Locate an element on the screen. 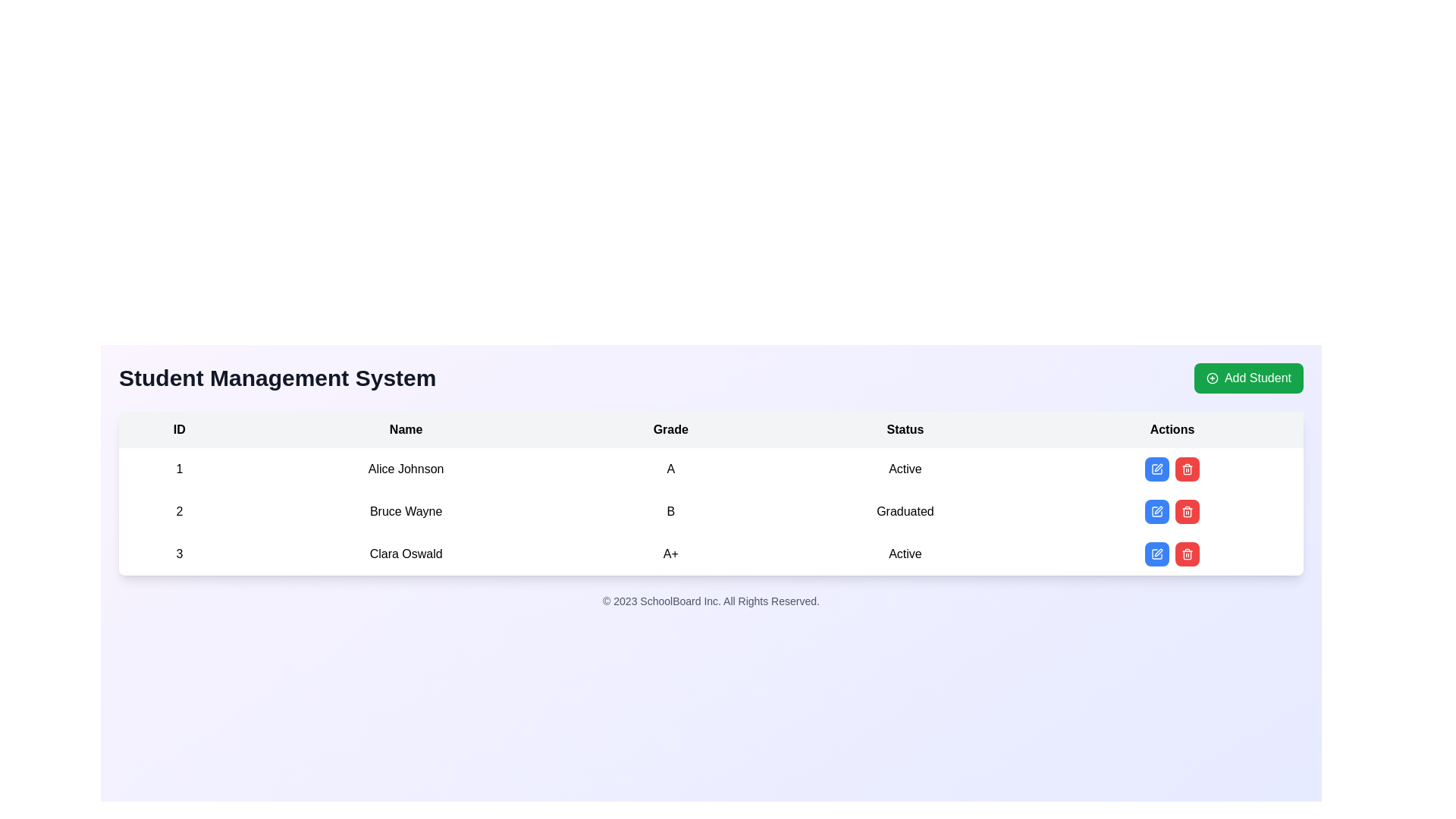 The width and height of the screenshot is (1456, 819). the trash bin icon is located at coordinates (1186, 468).